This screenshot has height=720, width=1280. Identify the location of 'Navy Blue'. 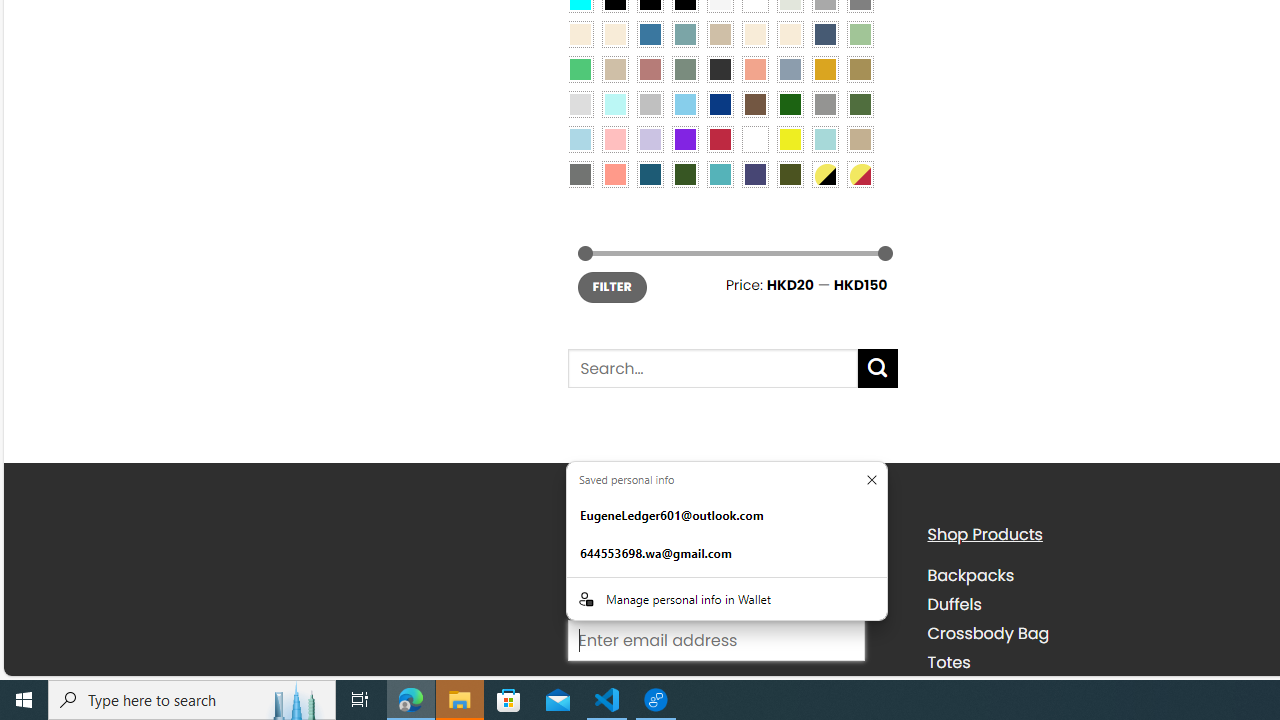
(720, 103).